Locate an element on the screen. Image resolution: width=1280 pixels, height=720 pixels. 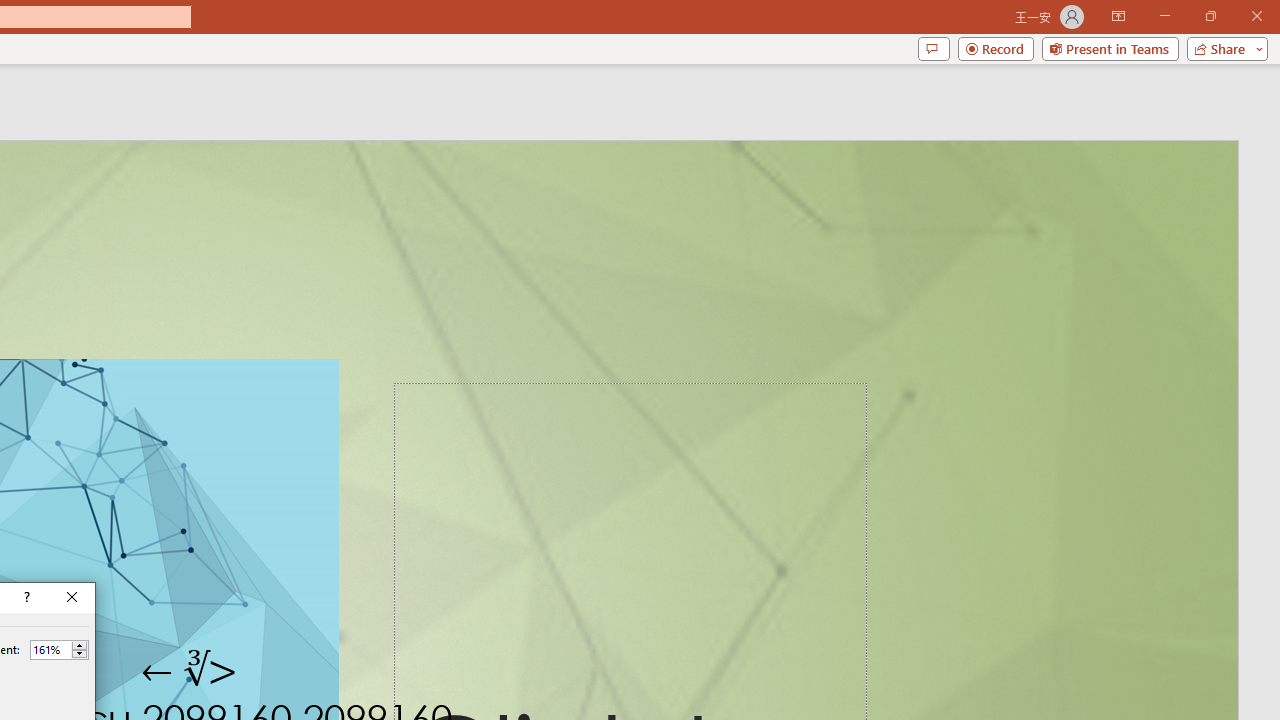
'Context help' is located at coordinates (25, 596).